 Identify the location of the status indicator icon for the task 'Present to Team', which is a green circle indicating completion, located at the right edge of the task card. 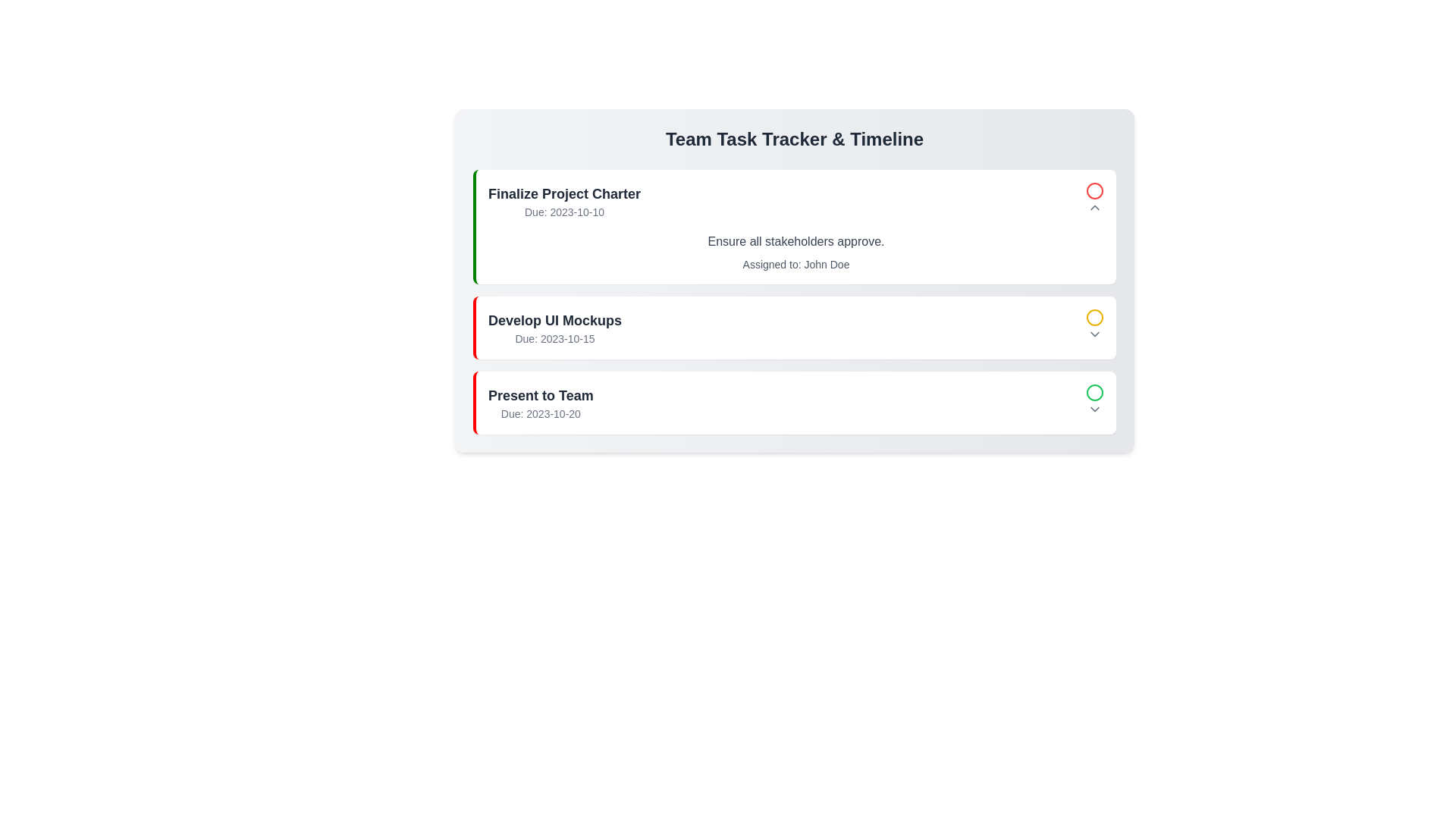
(1095, 402).